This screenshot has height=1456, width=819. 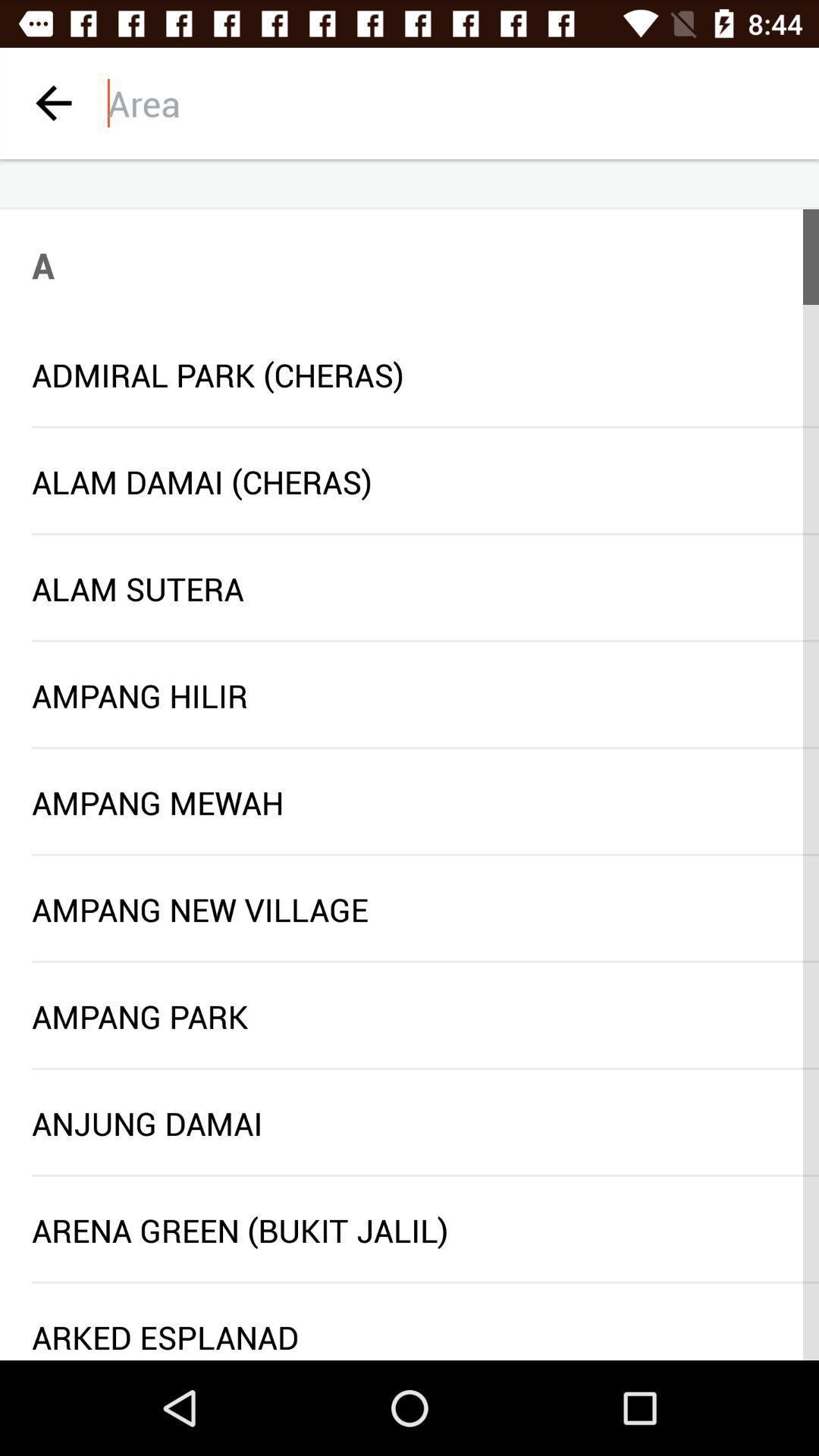 What do you see at coordinates (425, 961) in the screenshot?
I see `the icon below ampang new village icon` at bounding box center [425, 961].